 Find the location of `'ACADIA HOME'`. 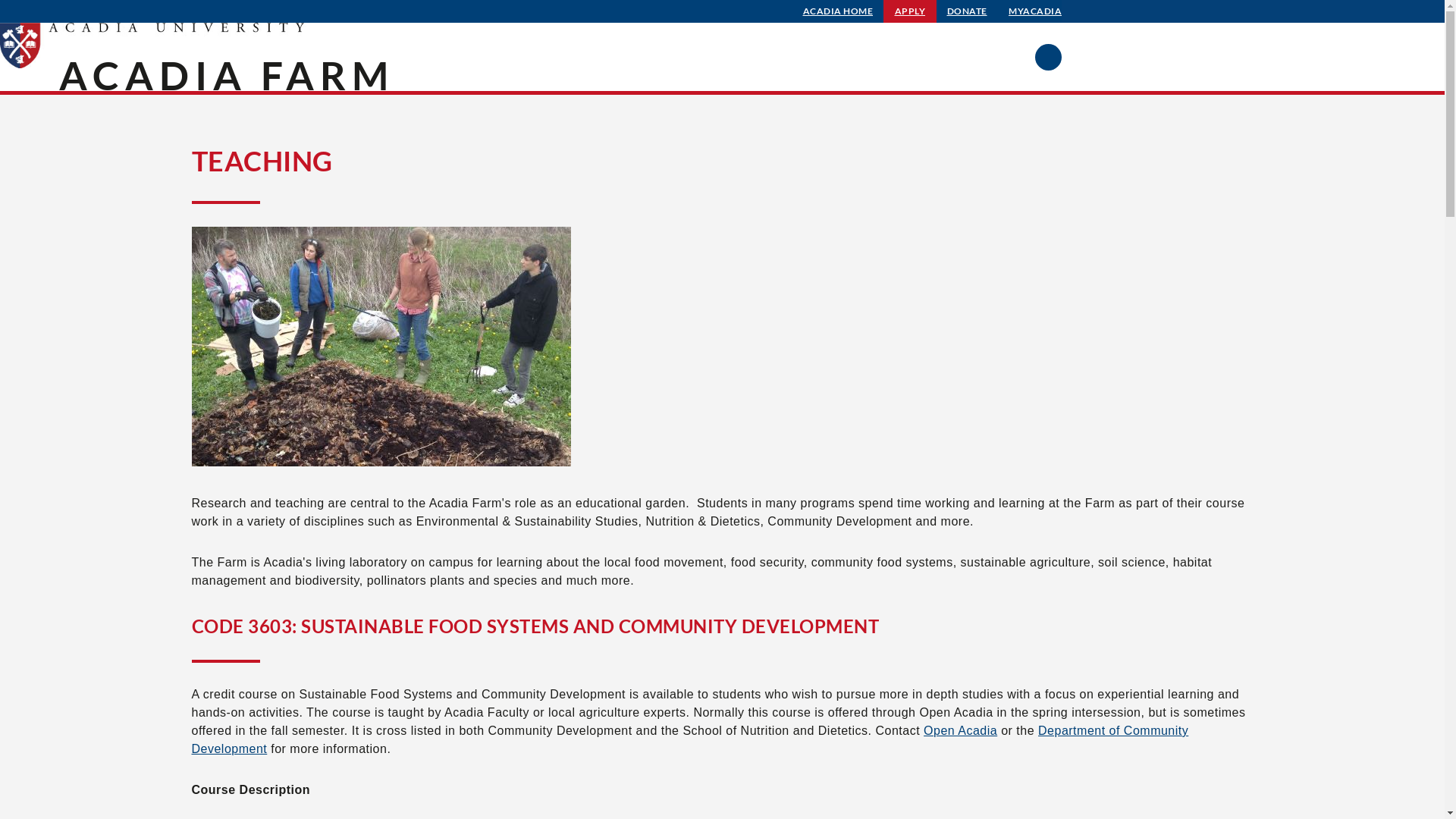

'ACADIA HOME' is located at coordinates (837, 11).